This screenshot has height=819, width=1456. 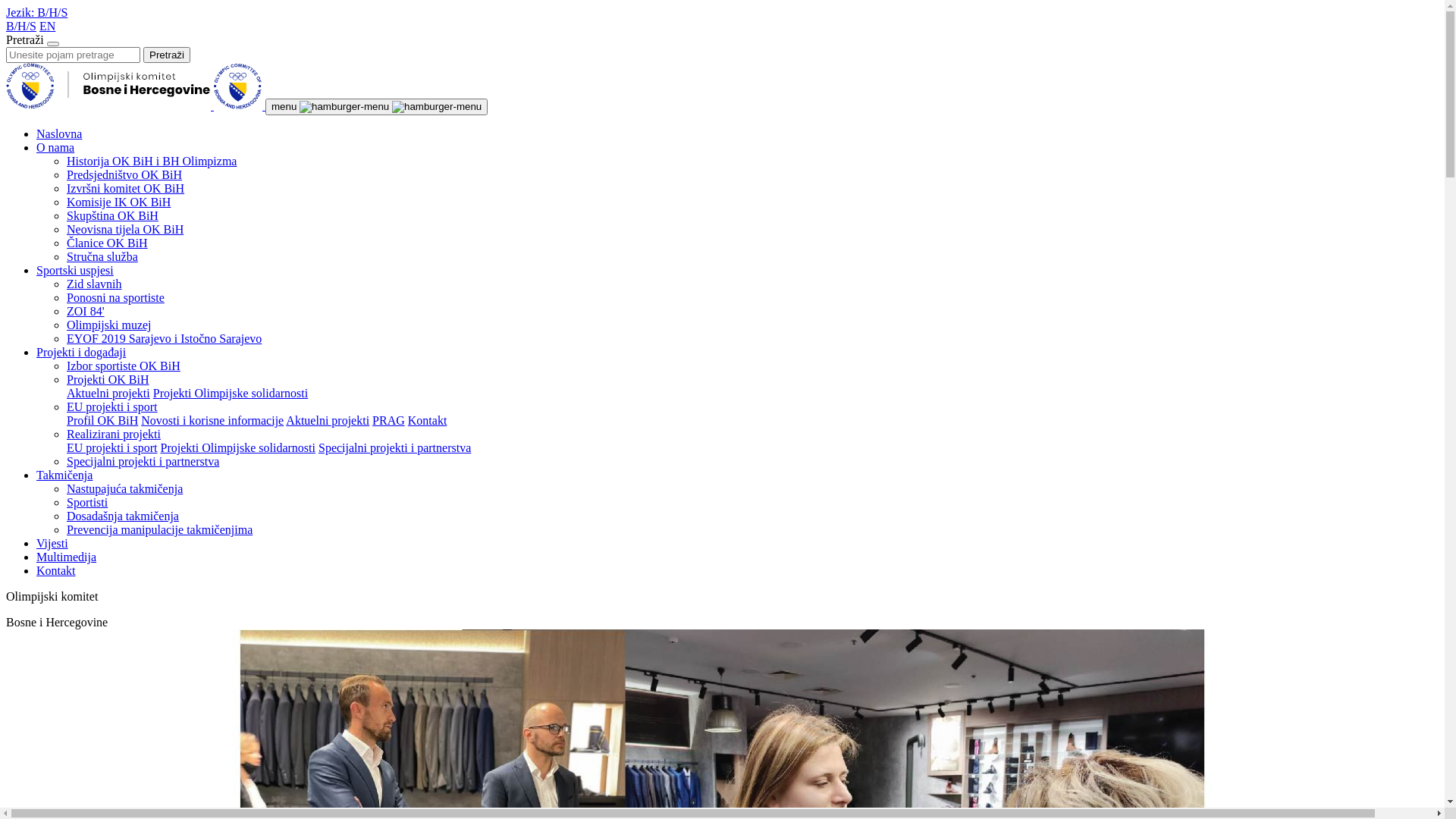 I want to click on 'Olimpijski muzej', so click(x=108, y=324).